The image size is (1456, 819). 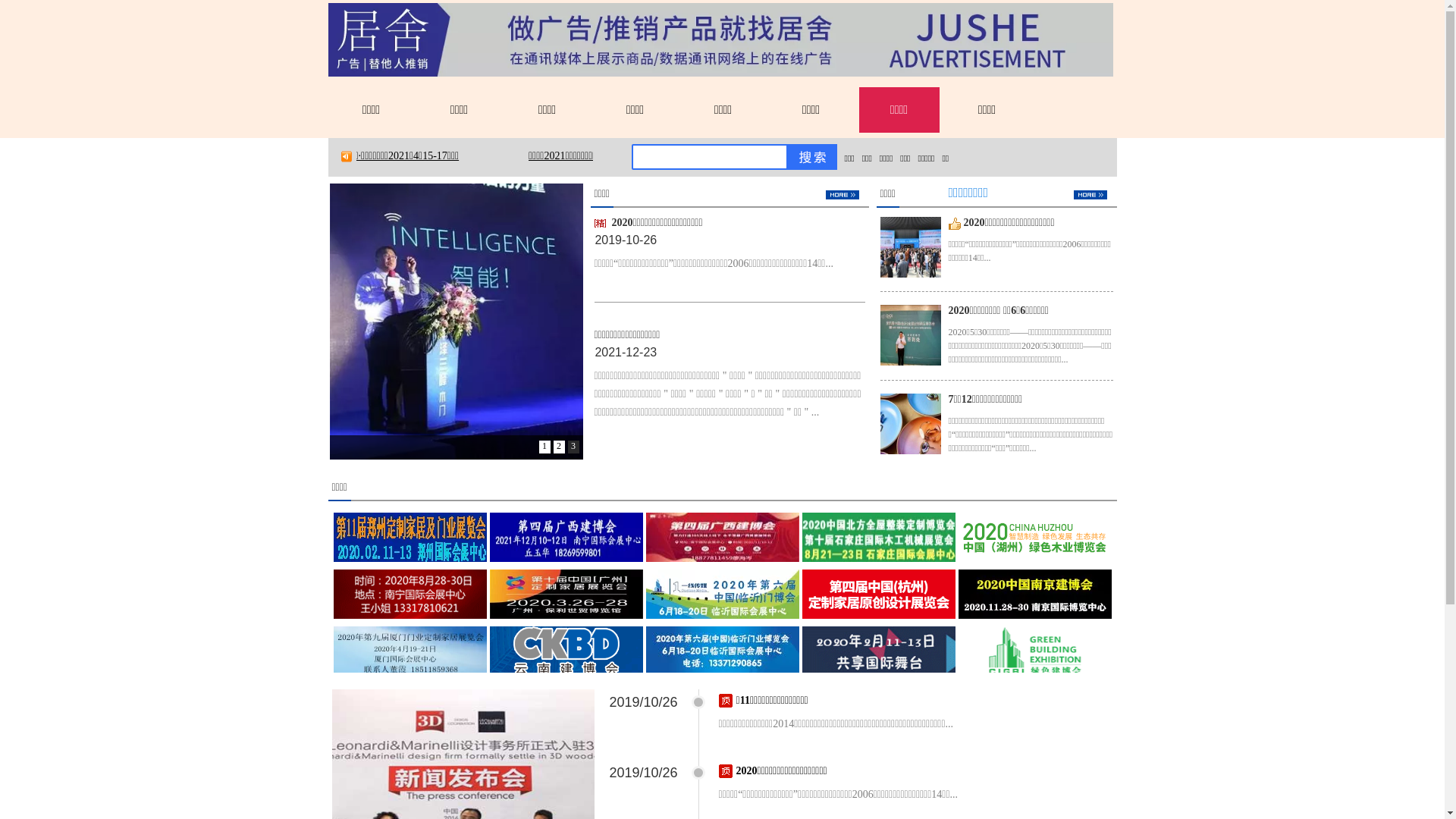 I want to click on '2021-12-23', so click(x=626, y=352).